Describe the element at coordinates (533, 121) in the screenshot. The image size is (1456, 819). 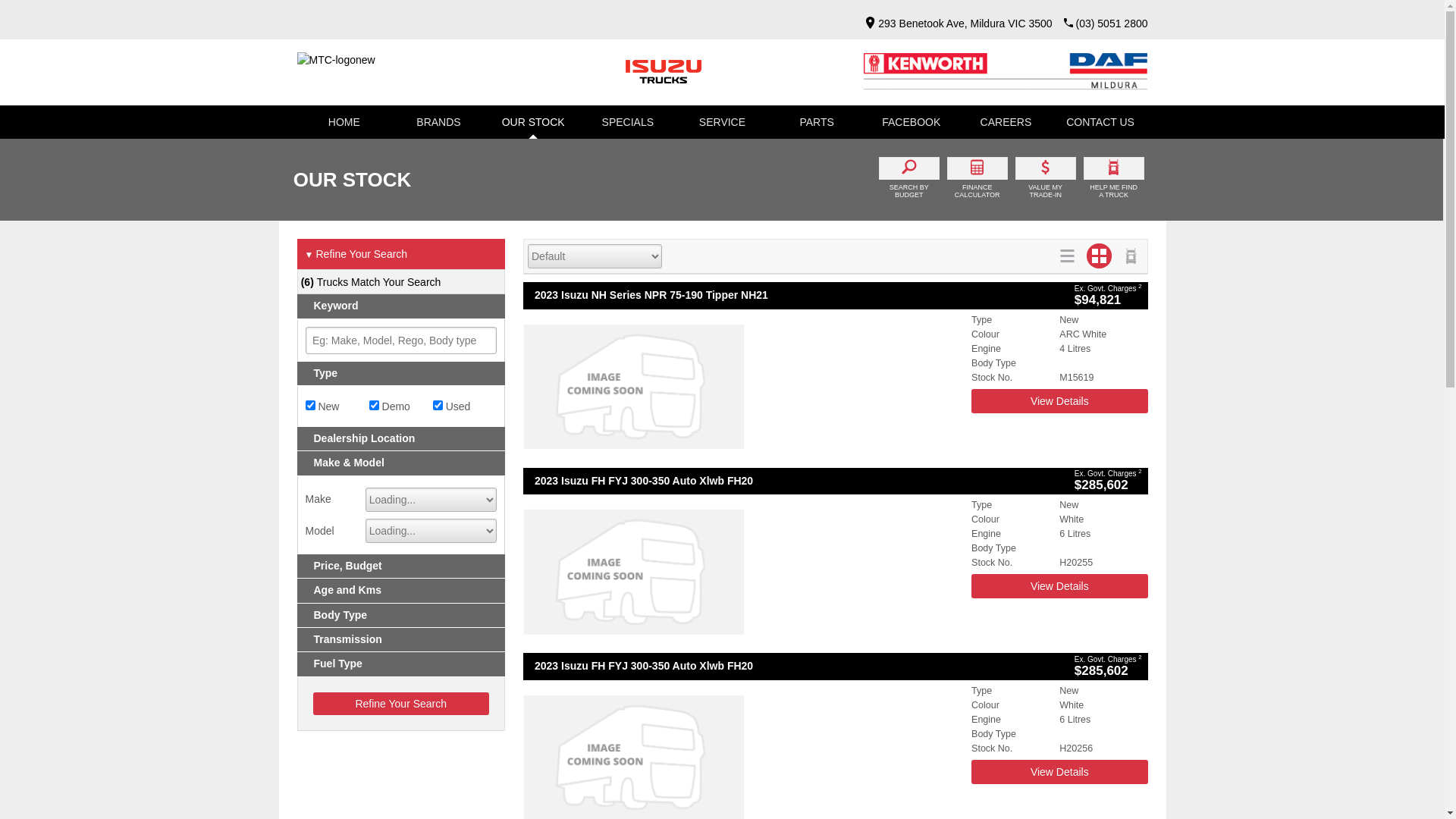
I see `'OUR STOCK'` at that location.